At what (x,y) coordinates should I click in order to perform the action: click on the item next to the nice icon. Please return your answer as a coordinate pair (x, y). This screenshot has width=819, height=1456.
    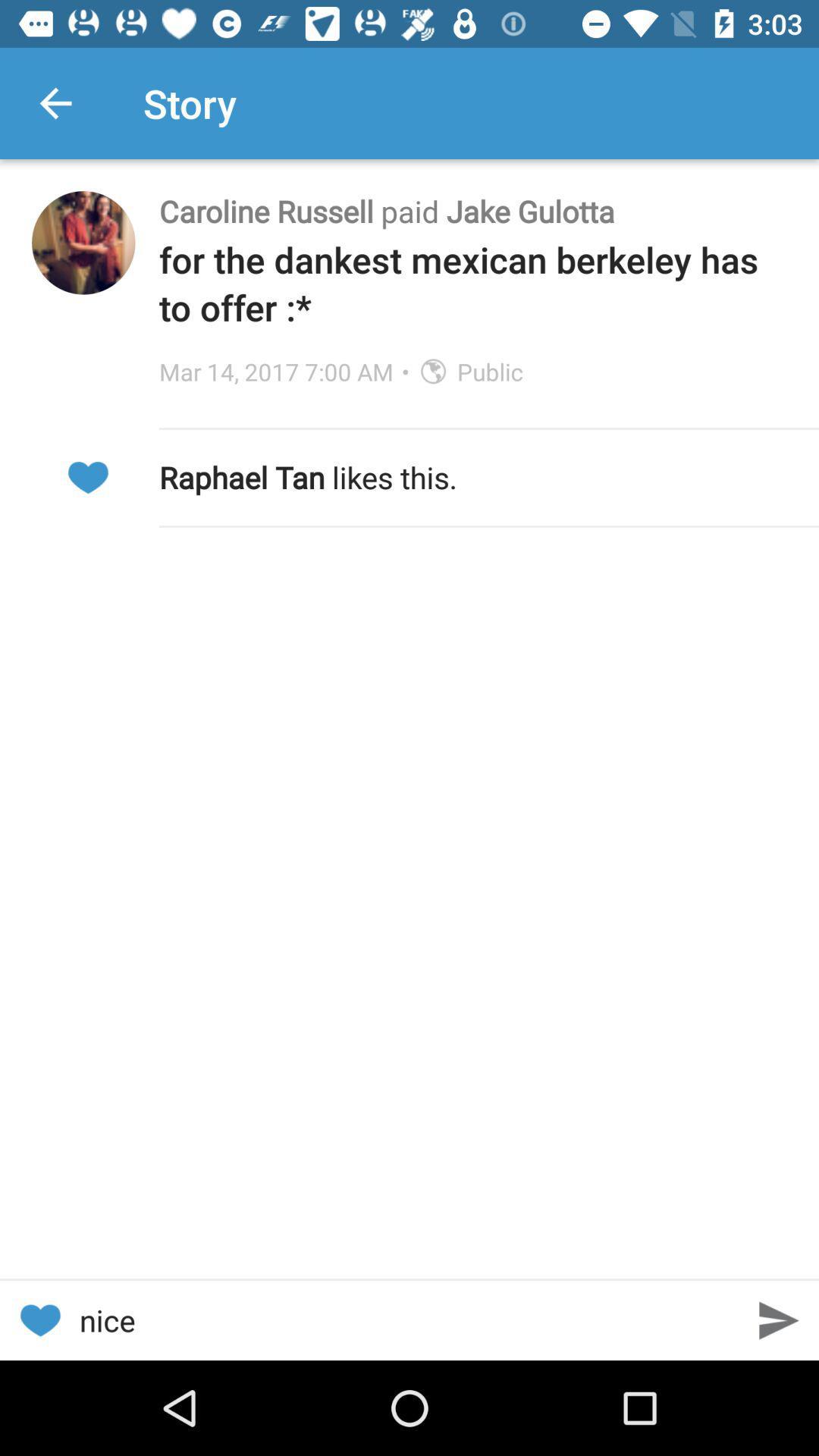
    Looking at the image, I should click on (39, 1319).